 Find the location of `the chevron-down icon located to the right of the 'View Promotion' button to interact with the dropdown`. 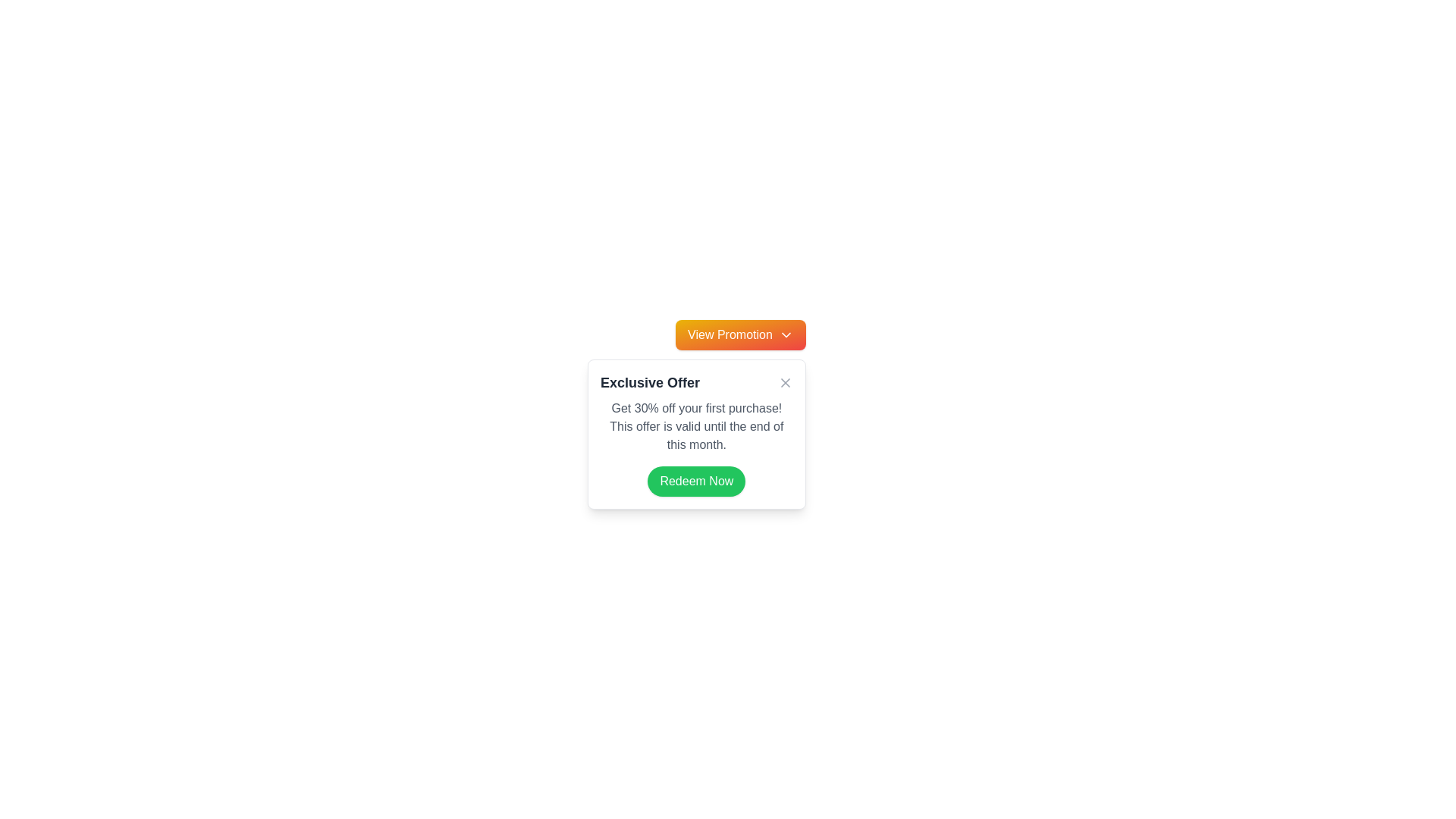

the chevron-down icon located to the right of the 'View Promotion' button to interact with the dropdown is located at coordinates (786, 334).